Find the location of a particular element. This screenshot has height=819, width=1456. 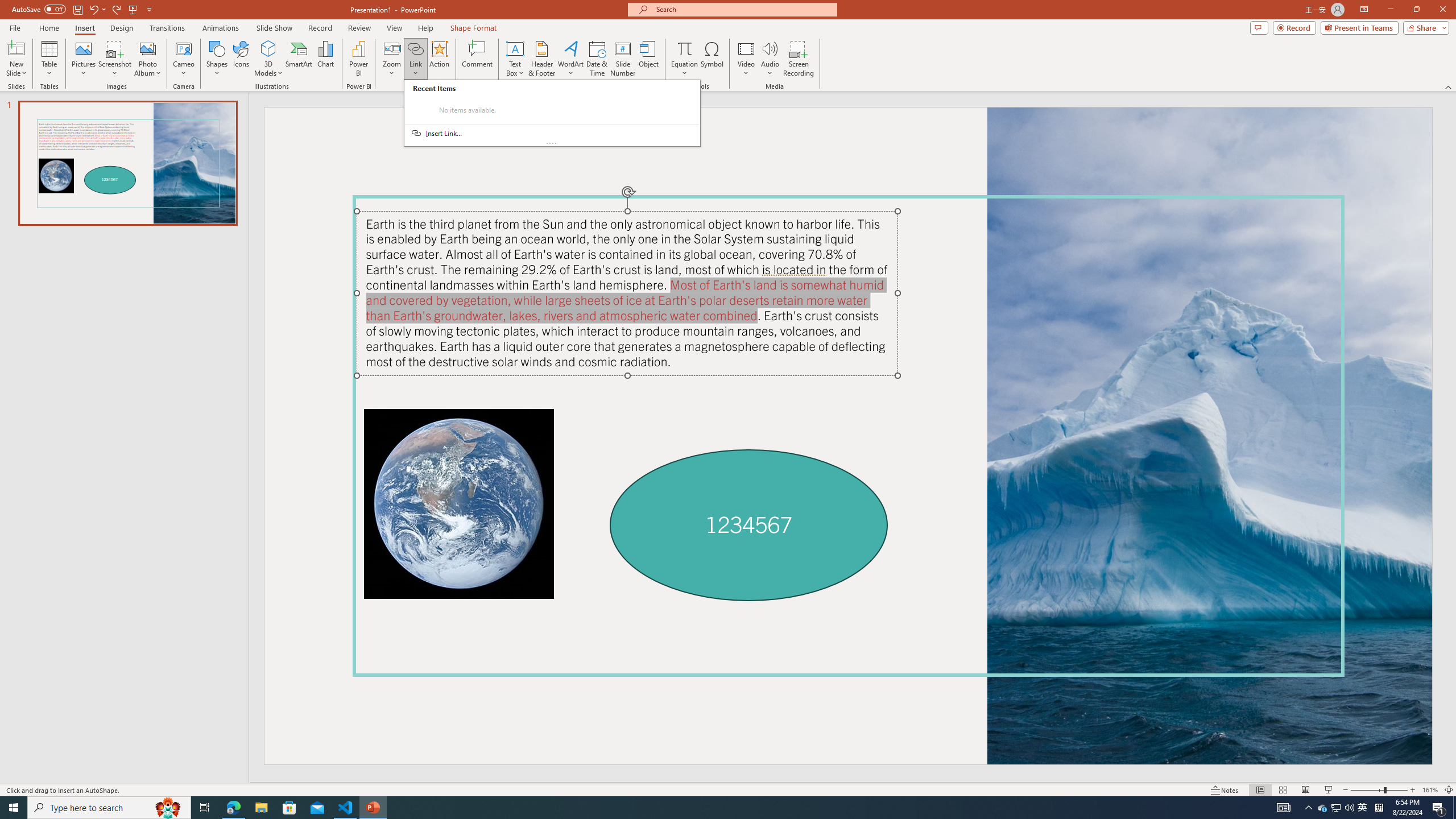

'3D Models' is located at coordinates (268, 48).